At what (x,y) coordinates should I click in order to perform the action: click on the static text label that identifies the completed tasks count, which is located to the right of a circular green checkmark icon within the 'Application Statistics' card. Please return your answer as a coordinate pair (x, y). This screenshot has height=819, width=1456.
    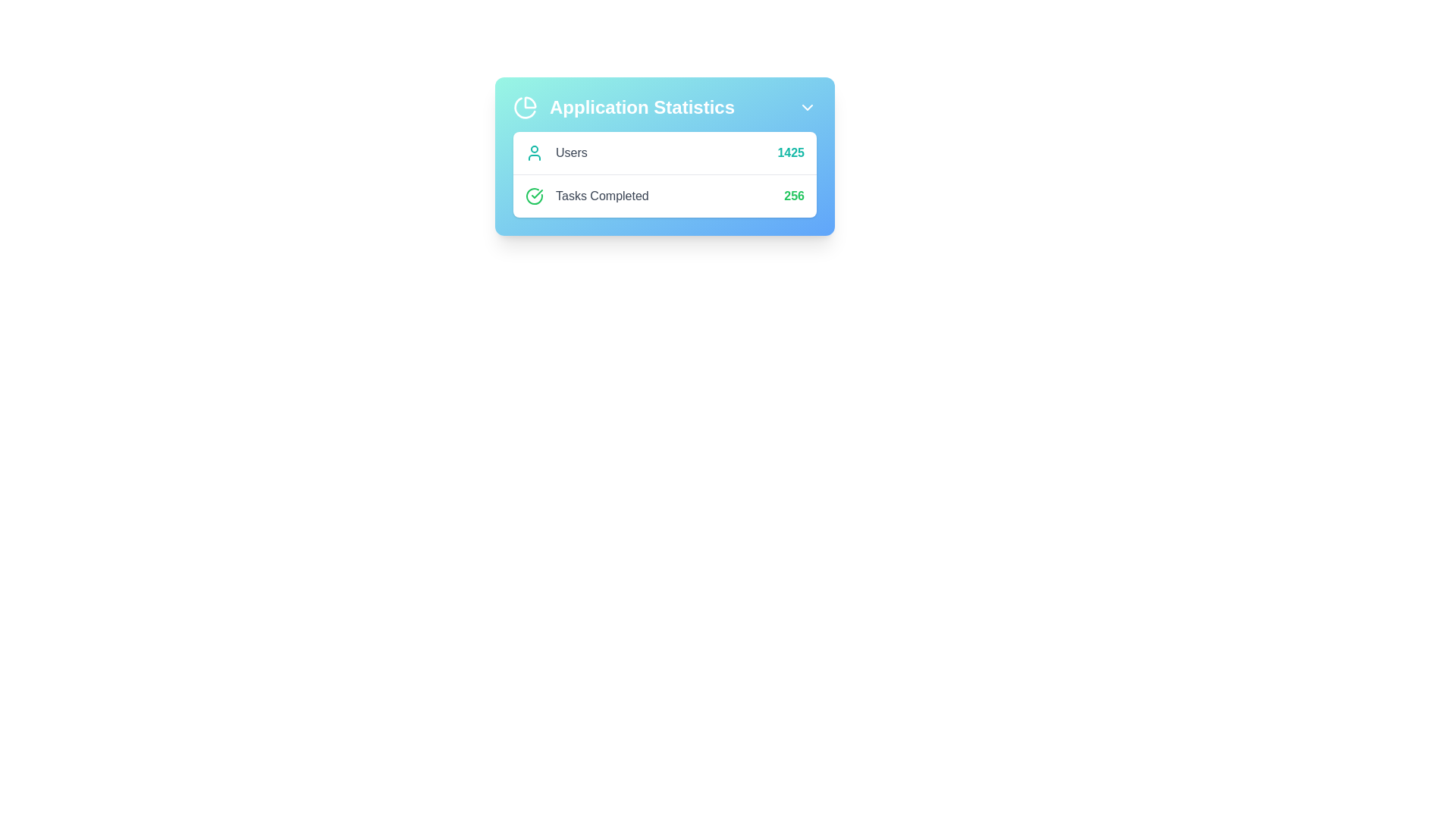
    Looking at the image, I should click on (601, 195).